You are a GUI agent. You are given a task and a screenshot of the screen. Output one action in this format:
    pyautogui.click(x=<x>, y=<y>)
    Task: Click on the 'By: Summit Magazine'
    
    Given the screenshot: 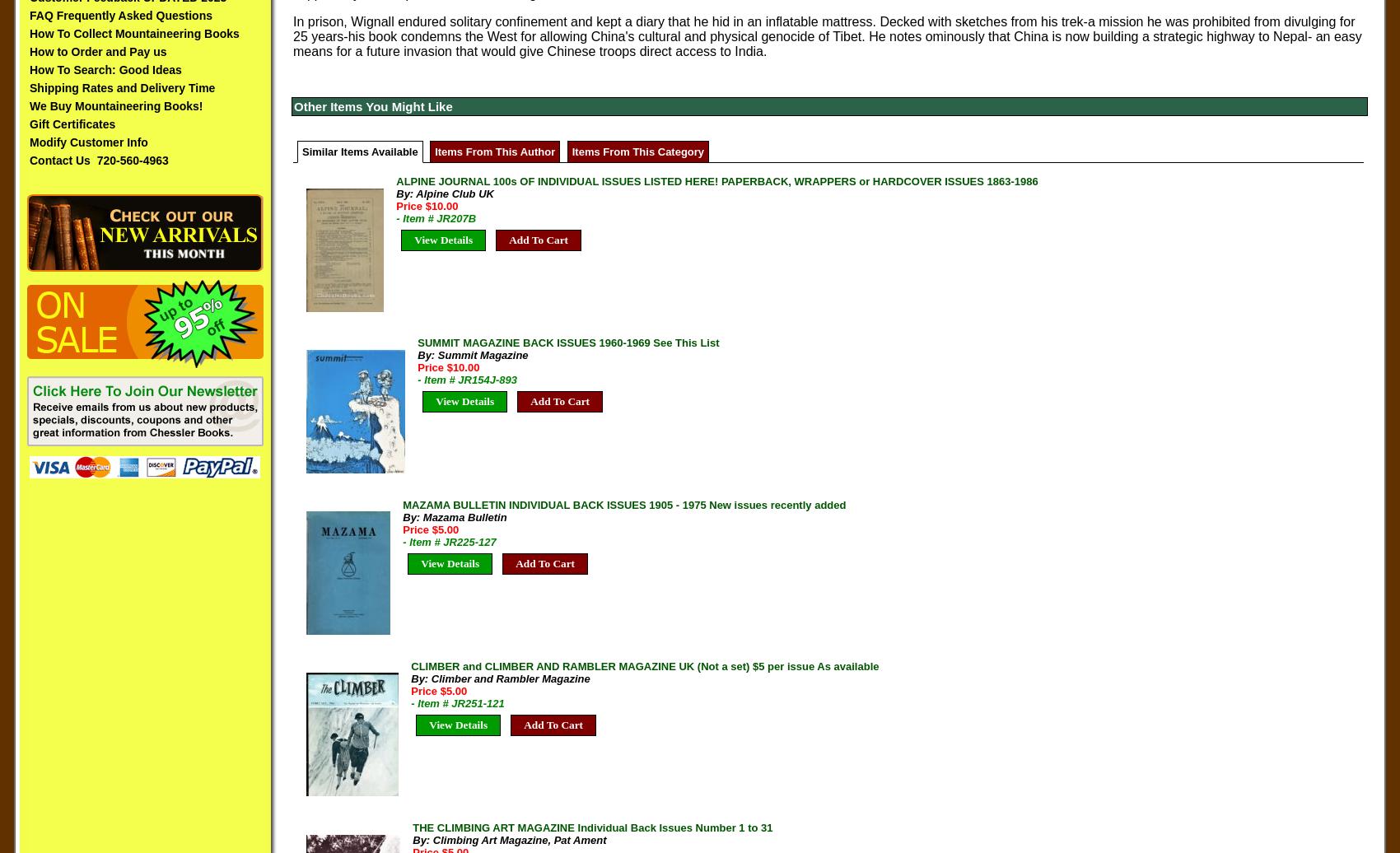 What is the action you would take?
    pyautogui.click(x=471, y=355)
    